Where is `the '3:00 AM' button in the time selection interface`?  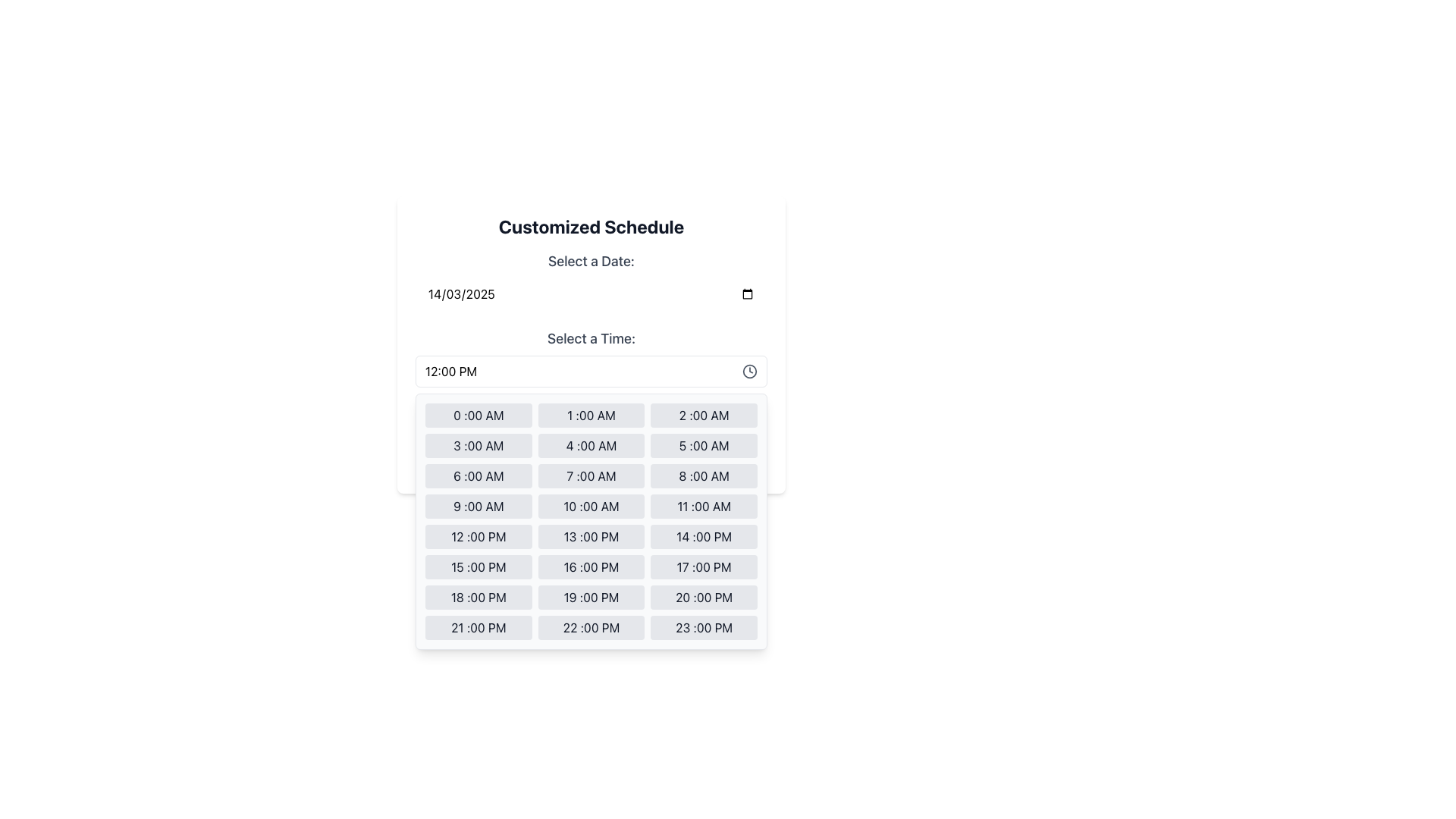 the '3:00 AM' button in the time selection interface is located at coordinates (478, 444).